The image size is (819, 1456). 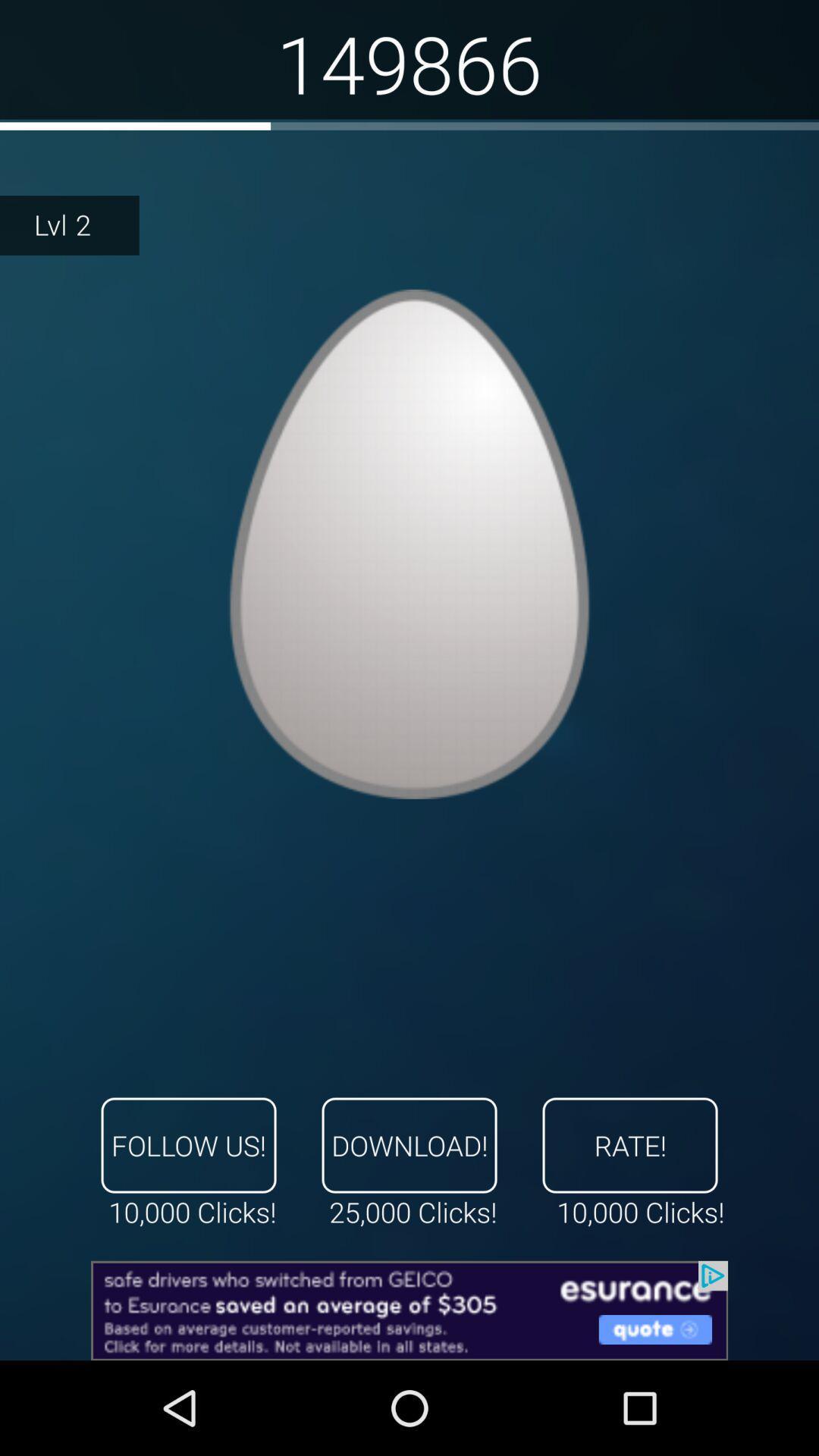 I want to click on screen page, so click(x=409, y=544).